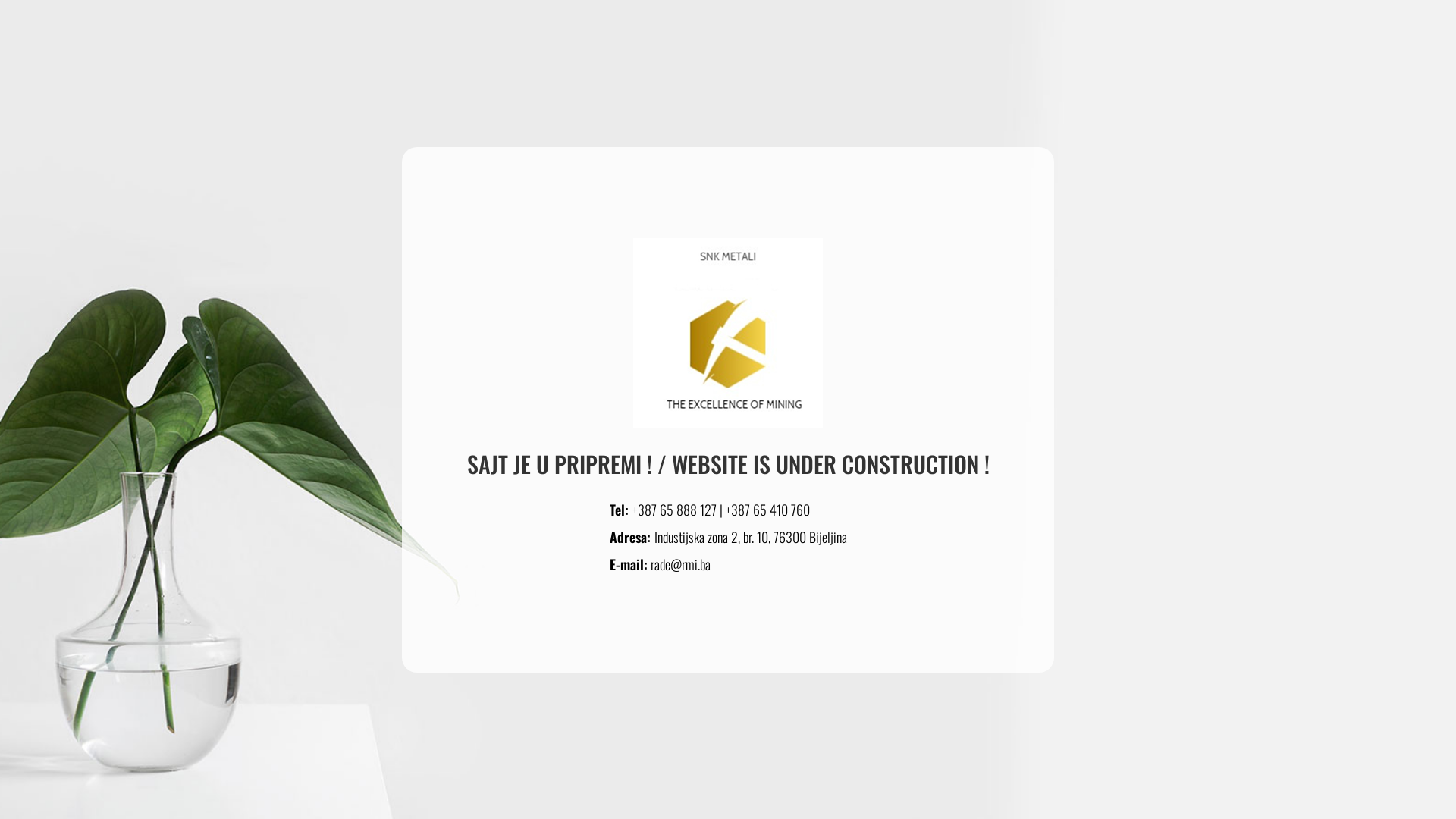 Image resolution: width=1456 pixels, height=819 pixels. What do you see at coordinates (660, 563) in the screenshot?
I see `'E-mail: rade@rmi.ba'` at bounding box center [660, 563].